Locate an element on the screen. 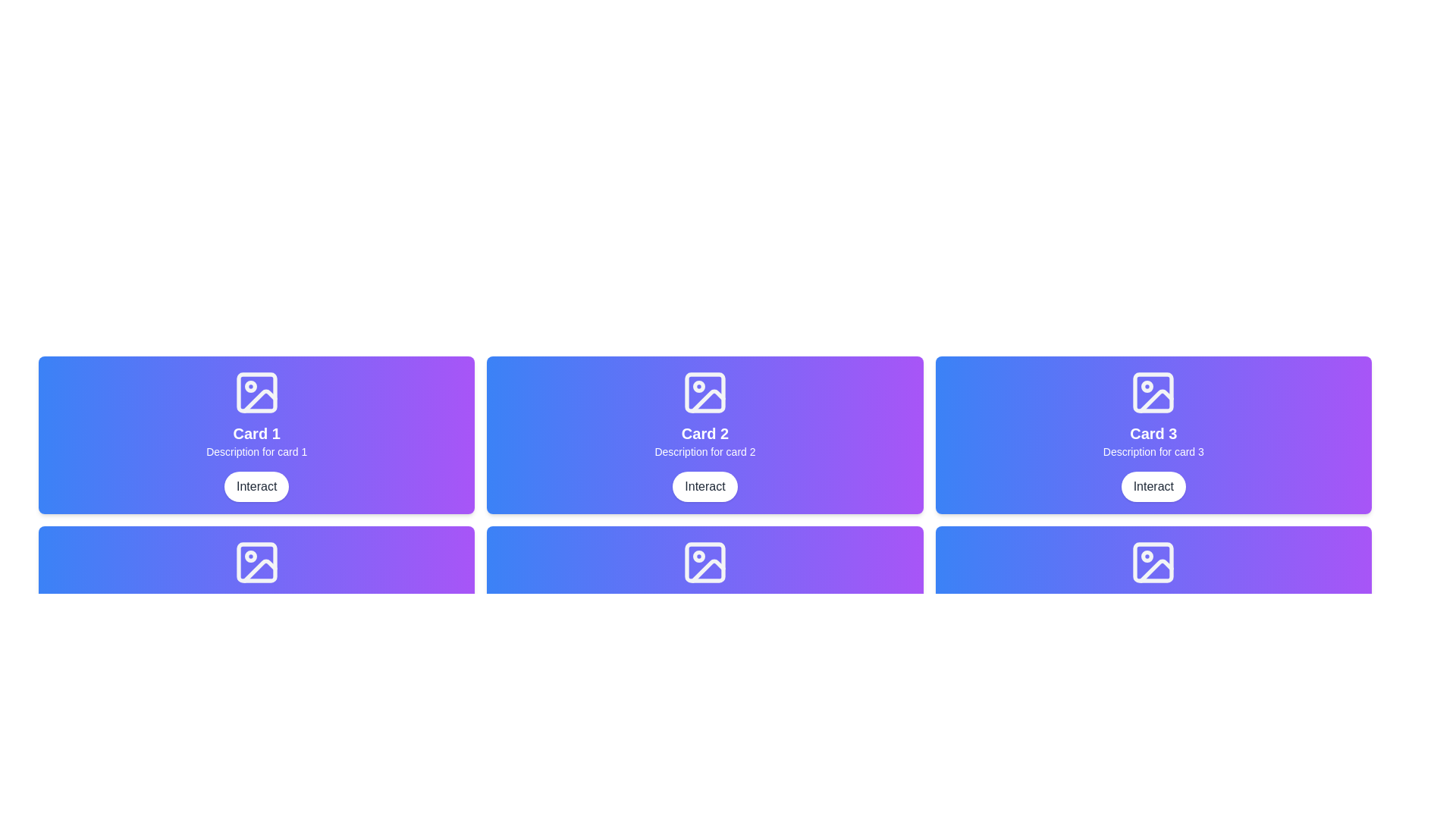 The image size is (1456, 819). the small circular dot (Circle SVG Component) located at the top-left corner of the image icon on Card 2 is located at coordinates (698, 385).